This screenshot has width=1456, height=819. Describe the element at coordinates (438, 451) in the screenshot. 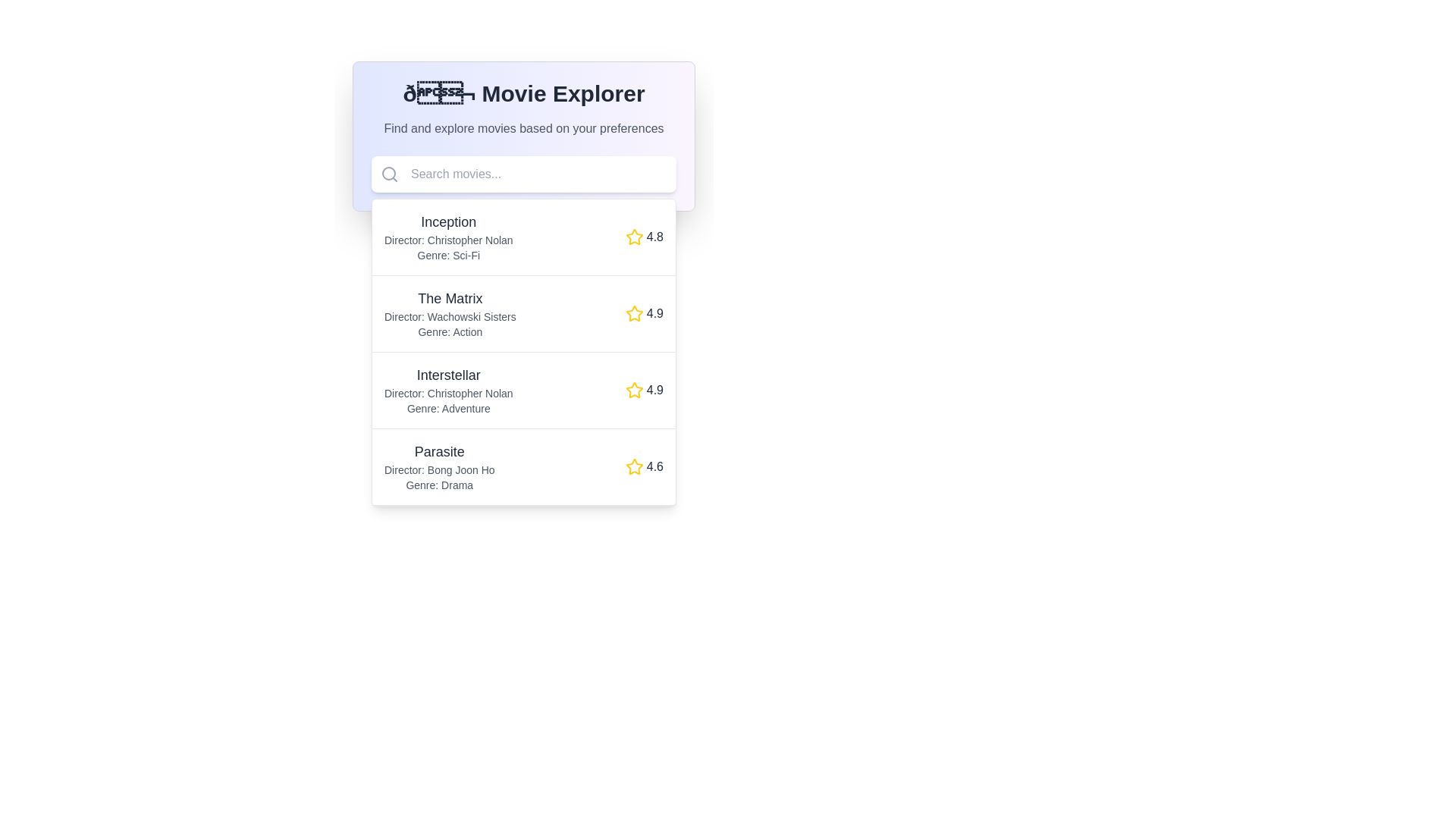

I see `the text label displaying 'Parasite' in bold, black lettering` at that location.